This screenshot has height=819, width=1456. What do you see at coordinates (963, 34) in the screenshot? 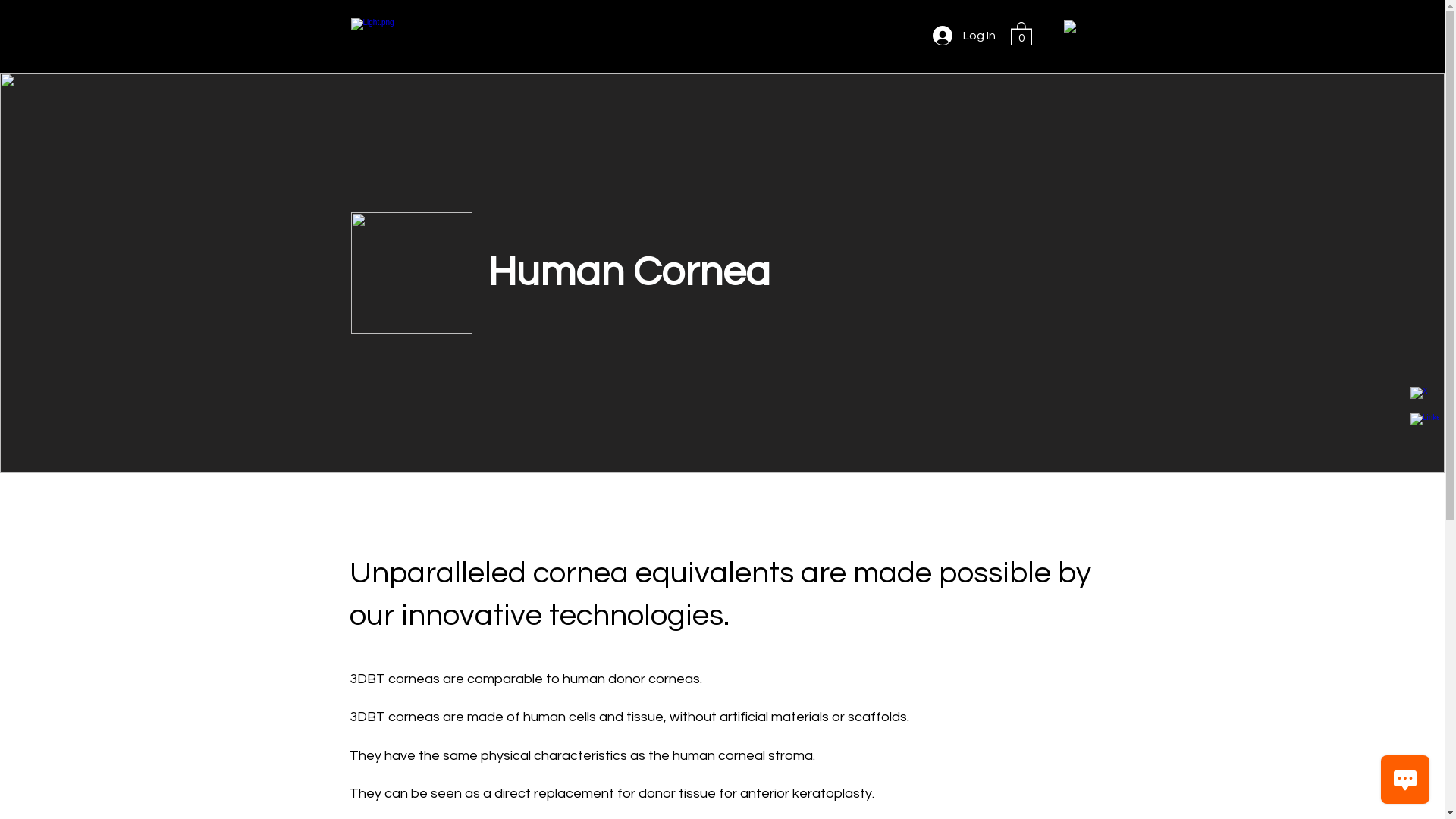
I see `'Log In'` at bounding box center [963, 34].